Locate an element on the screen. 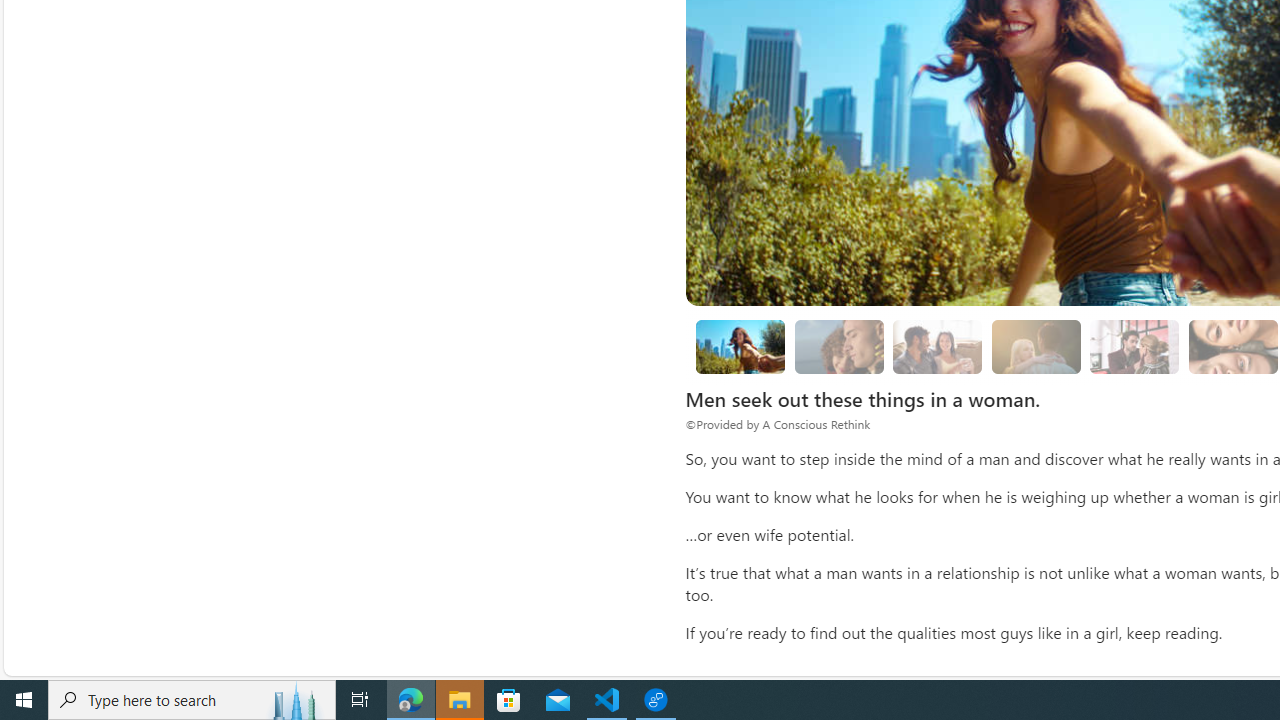  'Class: progress' is located at coordinates (1134, 342).